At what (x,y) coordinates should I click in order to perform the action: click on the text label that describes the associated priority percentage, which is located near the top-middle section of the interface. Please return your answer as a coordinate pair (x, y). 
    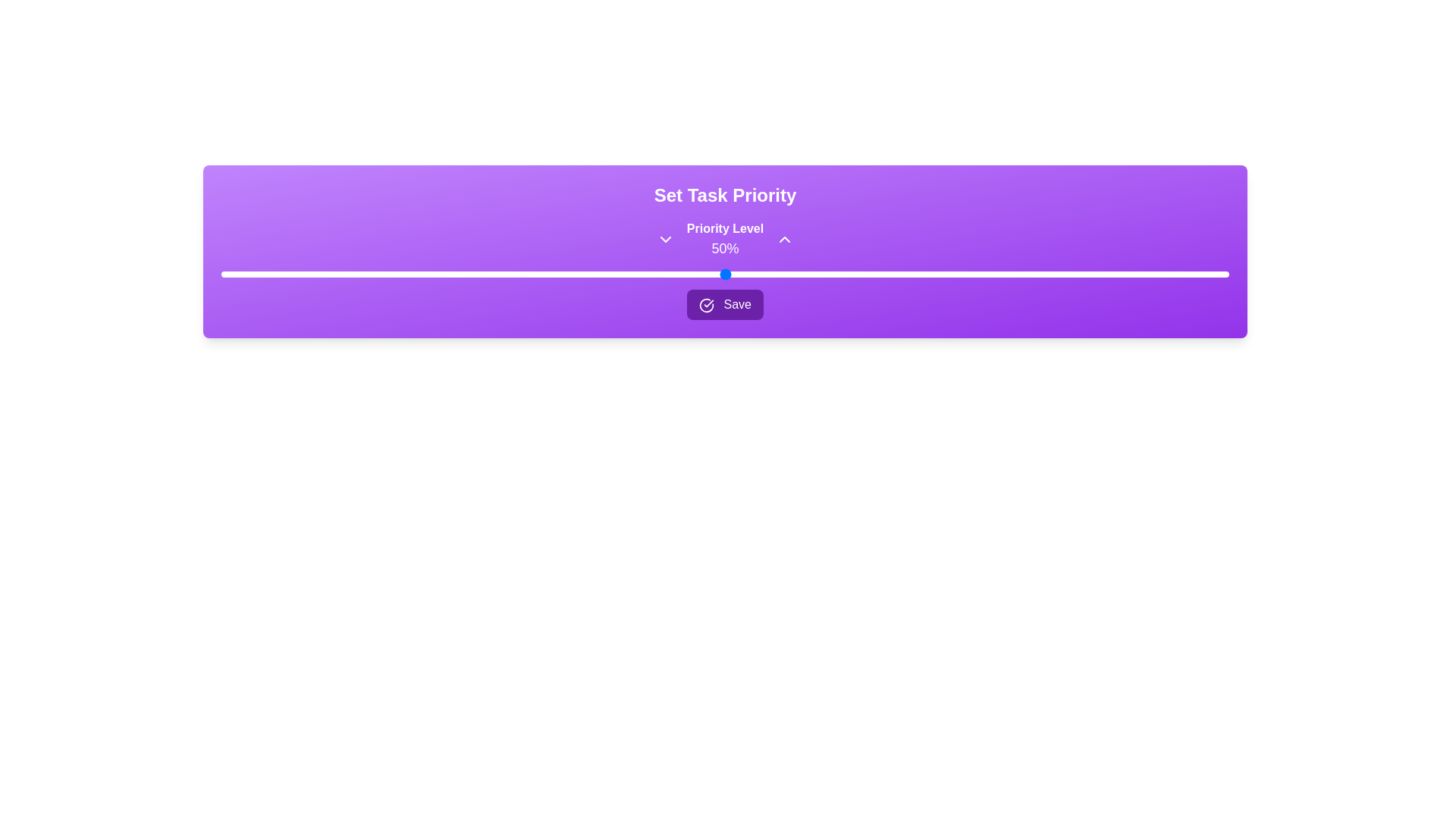
    Looking at the image, I should click on (724, 228).